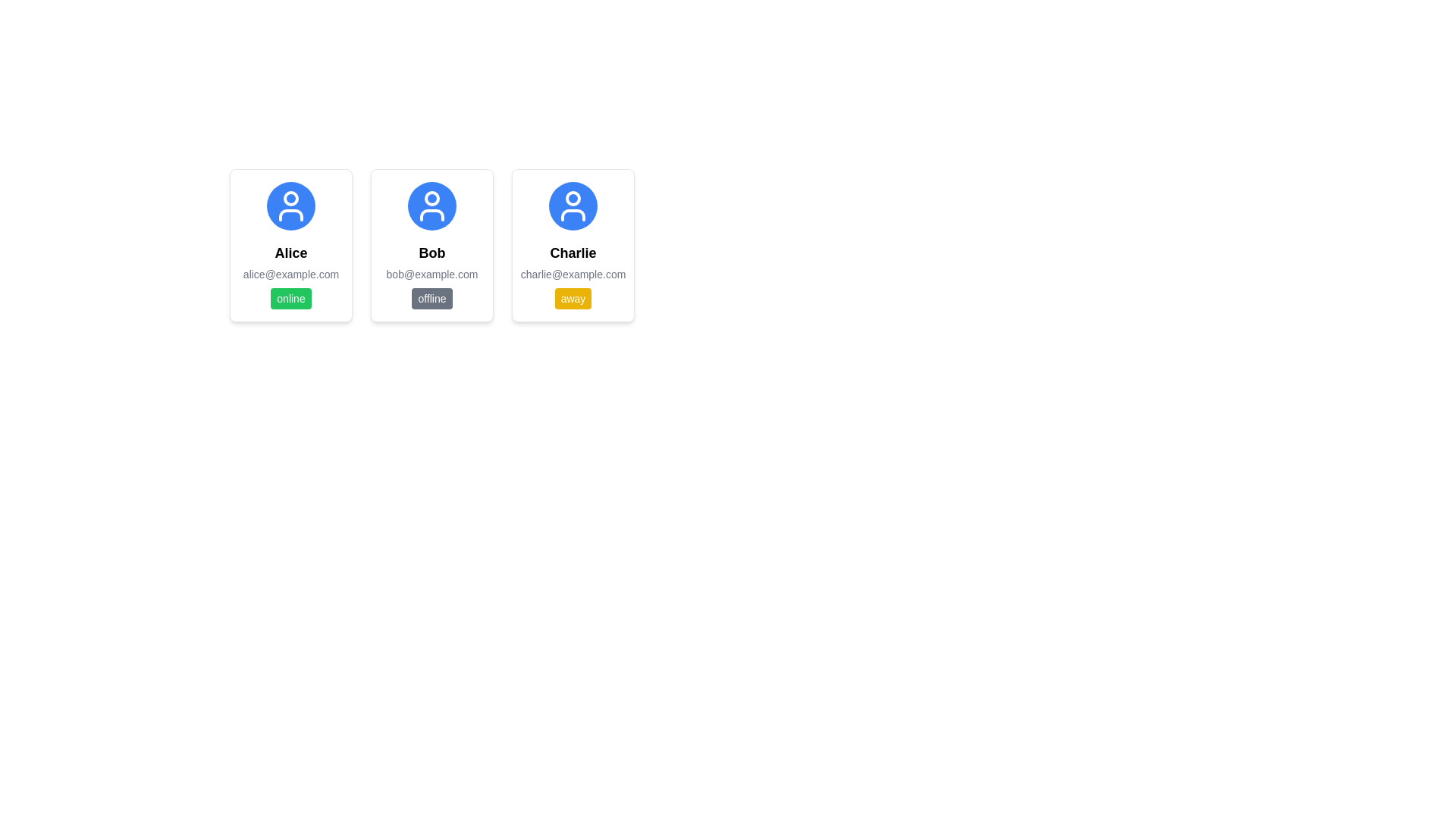 This screenshot has width=1456, height=819. What do you see at coordinates (572, 206) in the screenshot?
I see `the circular blue Icon button with a white user profile figure located in the center of the card titled 'Charlie'` at bounding box center [572, 206].